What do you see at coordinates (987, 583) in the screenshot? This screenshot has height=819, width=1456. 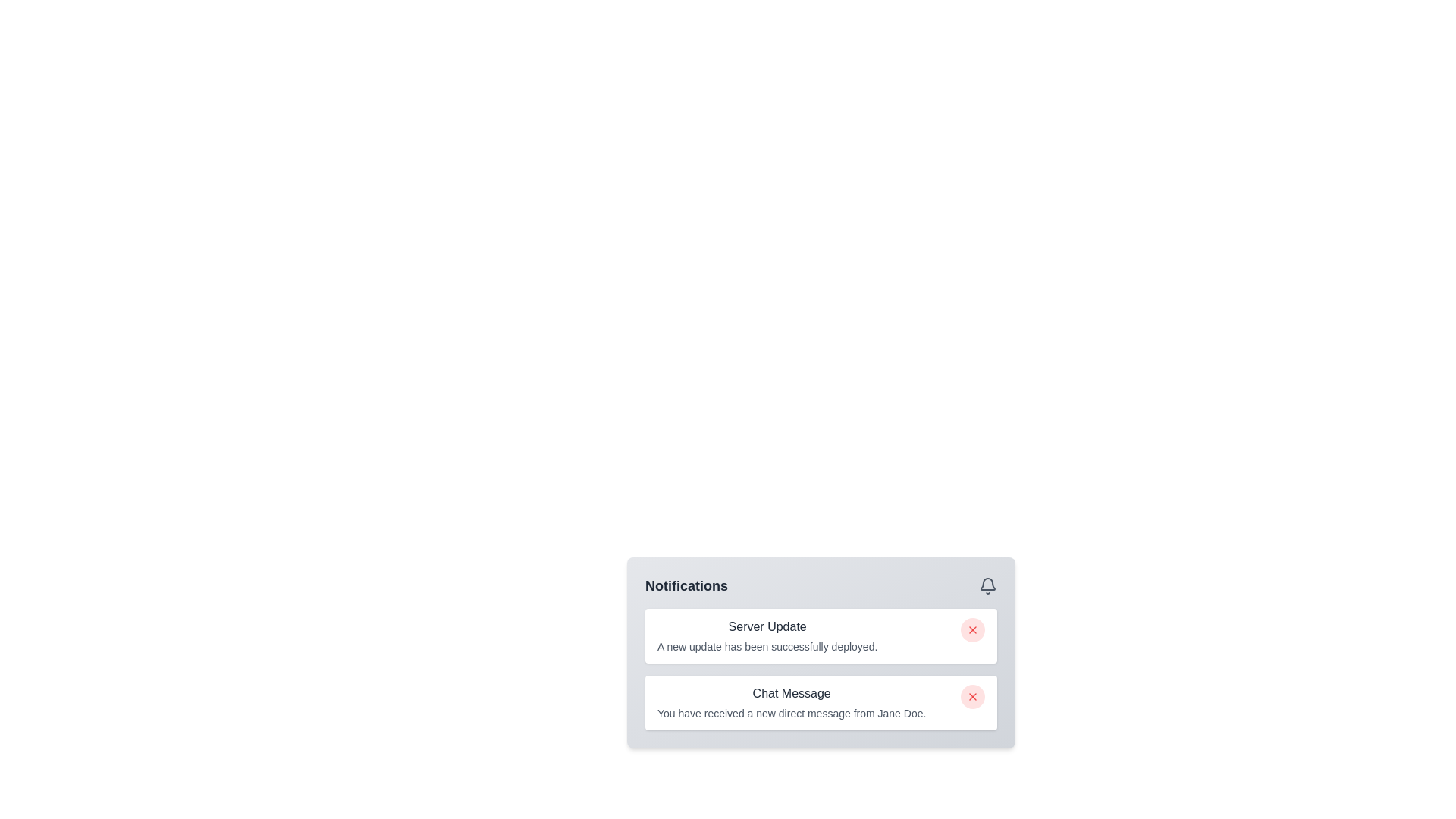 I see `the bell-shaped icon located in the upper-right corner of the notification section, which serves as a visual representation of notifications or alerts` at bounding box center [987, 583].